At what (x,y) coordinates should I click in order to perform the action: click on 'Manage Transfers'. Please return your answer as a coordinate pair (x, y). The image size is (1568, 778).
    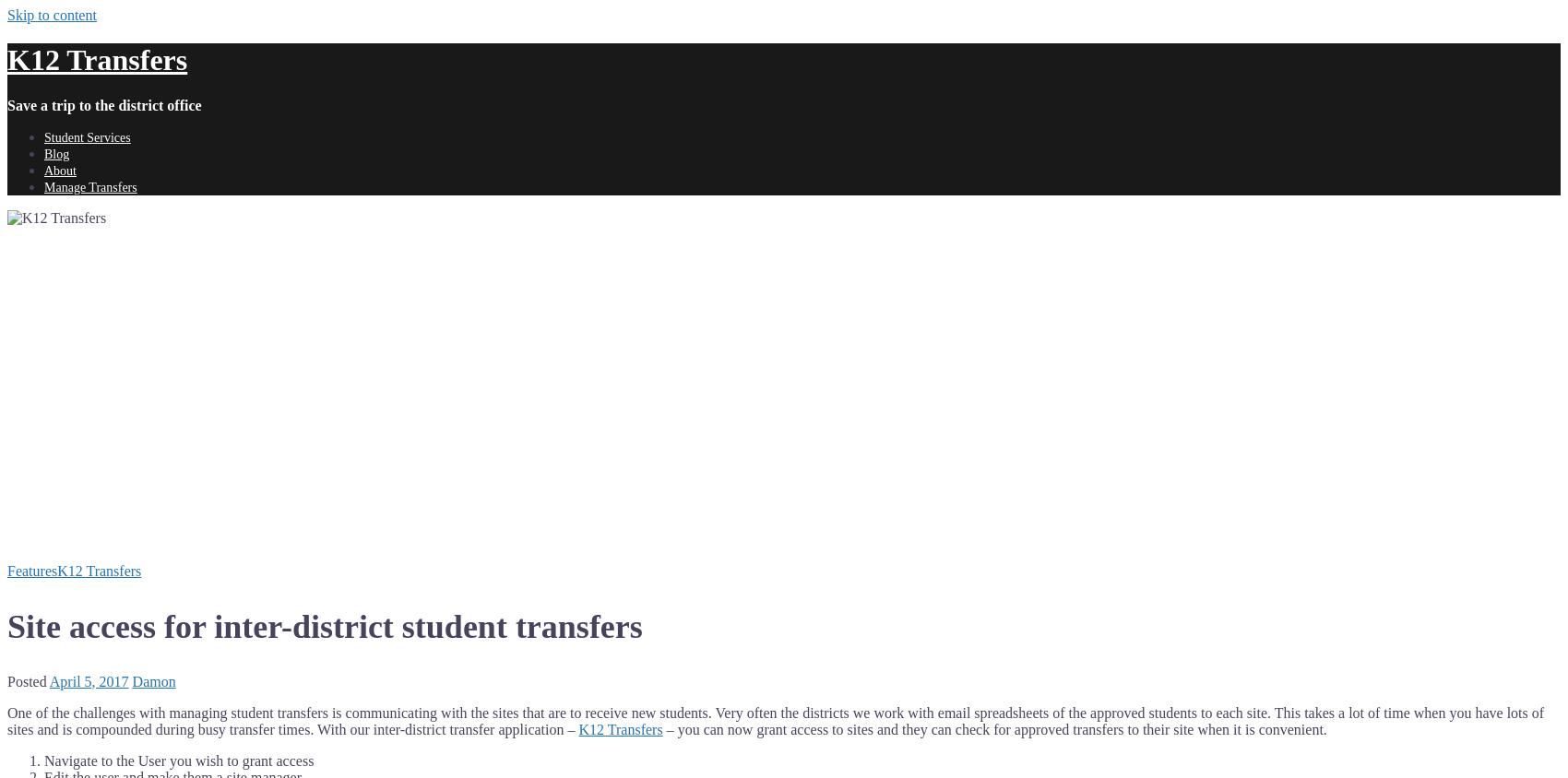
    Looking at the image, I should click on (89, 186).